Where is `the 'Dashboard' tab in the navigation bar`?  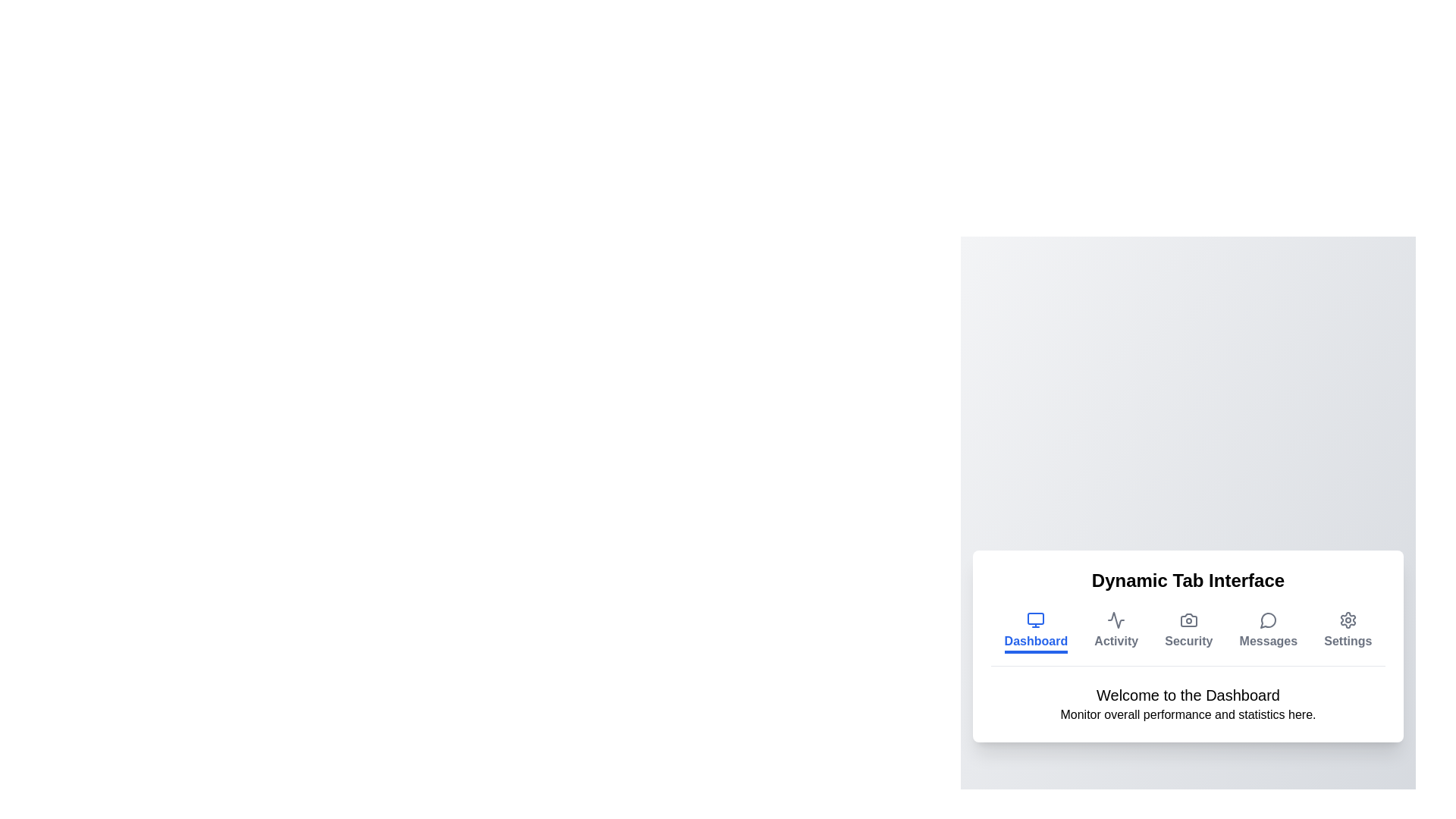 the 'Dashboard' tab in the navigation bar is located at coordinates (1035, 632).